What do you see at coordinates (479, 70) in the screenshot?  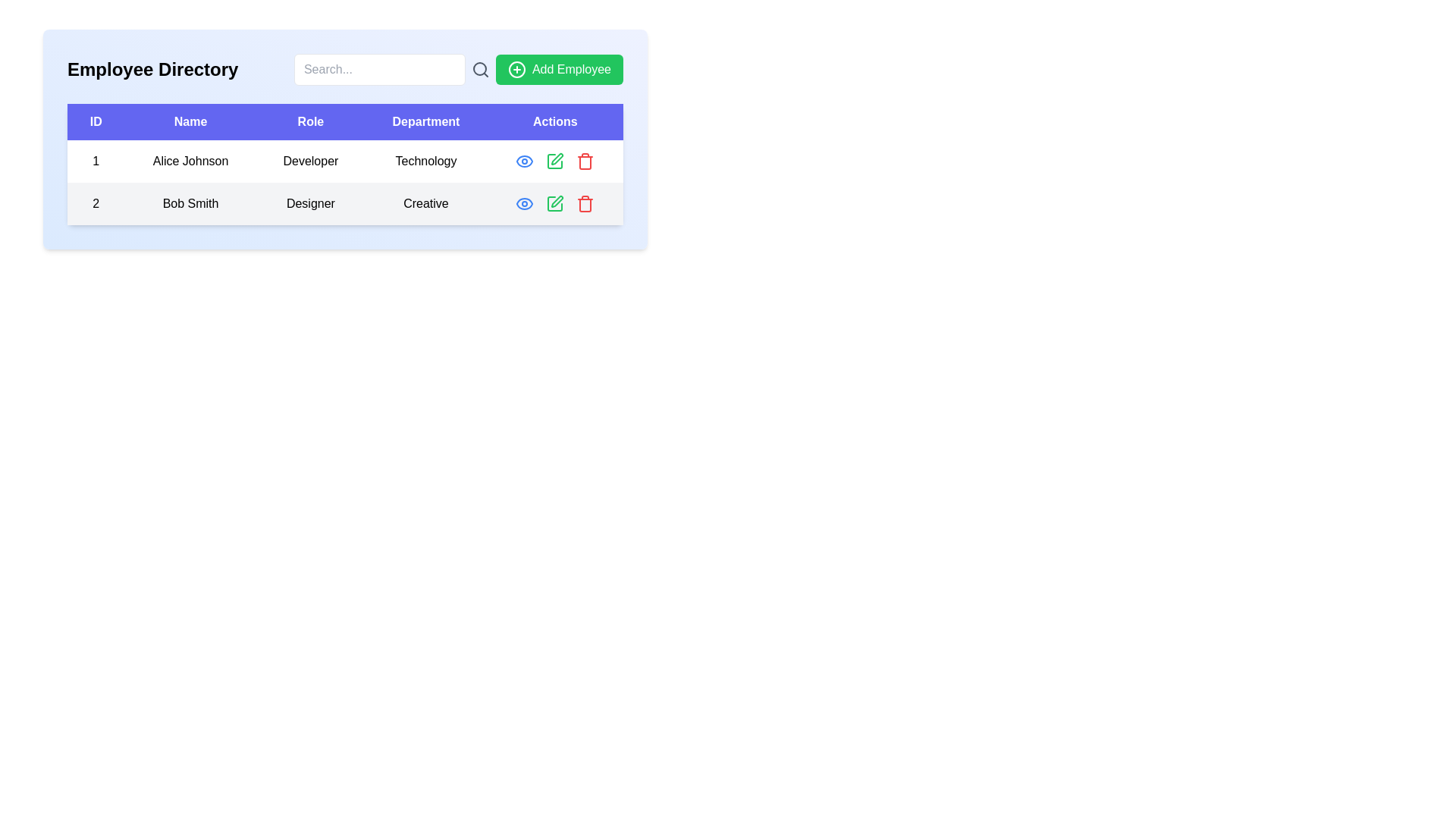 I see `the search icon located between the 'Search...' input field and the 'Add Employee' button to invoke the search functionality` at bounding box center [479, 70].